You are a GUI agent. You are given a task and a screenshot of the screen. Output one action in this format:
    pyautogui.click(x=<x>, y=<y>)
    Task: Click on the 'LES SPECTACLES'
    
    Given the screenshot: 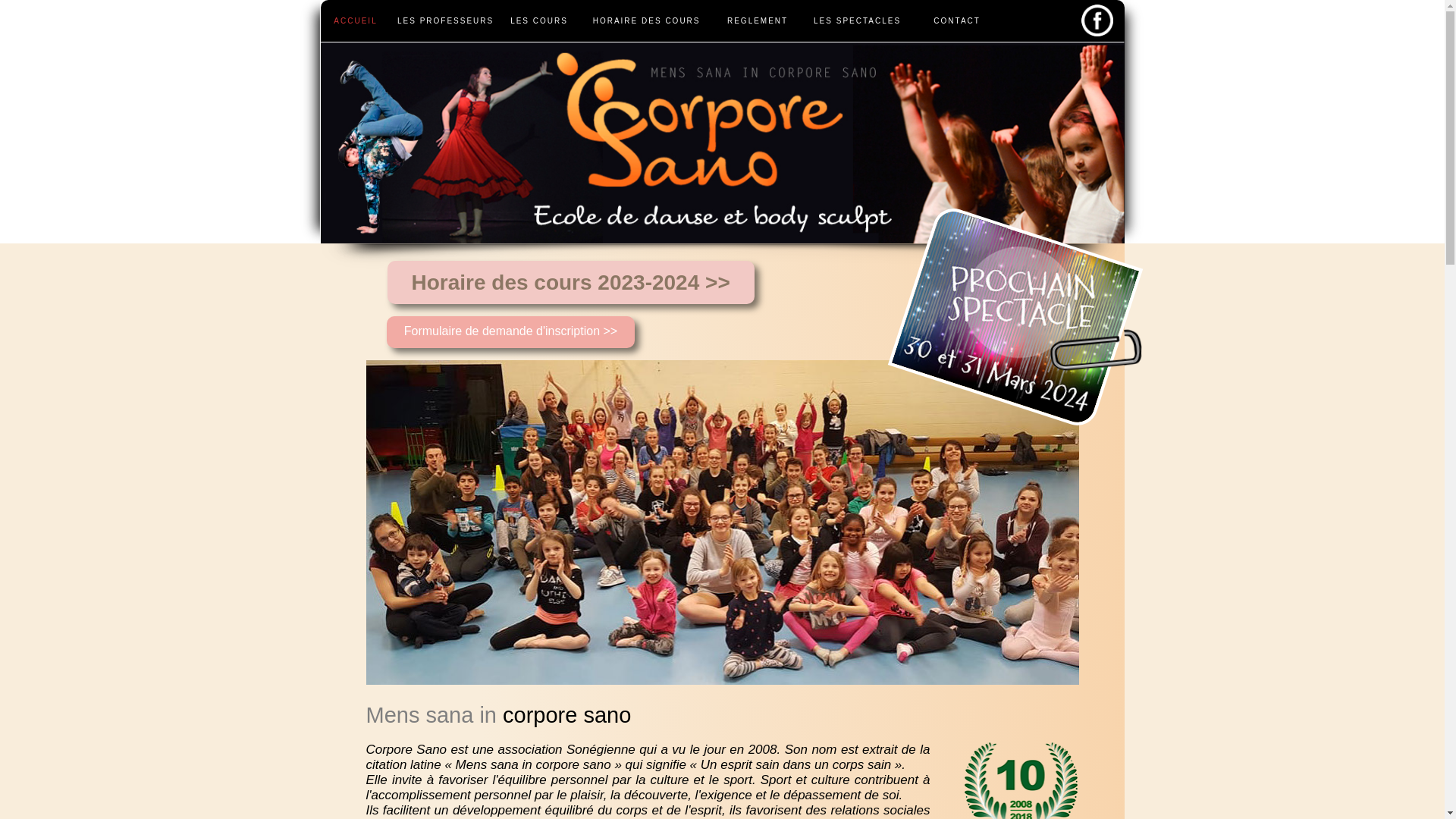 What is the action you would take?
    pyautogui.click(x=800, y=20)
    